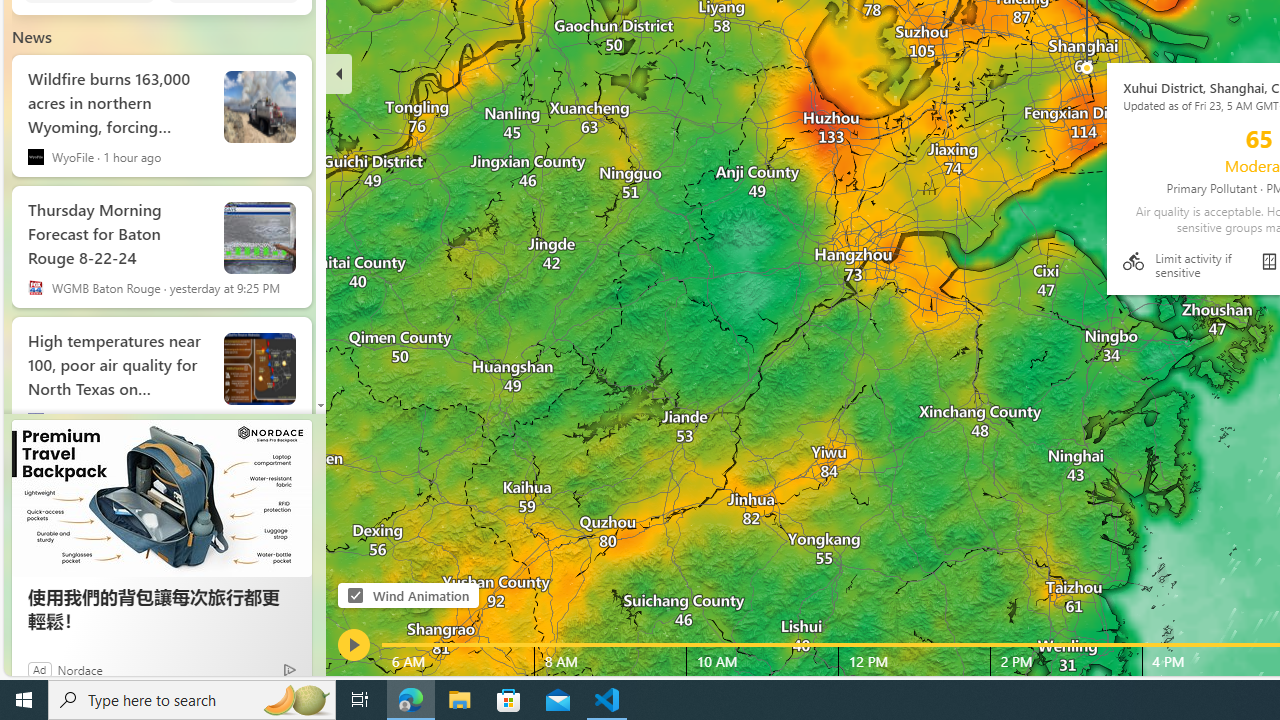  I want to click on 'Ad Choice', so click(288, 669).